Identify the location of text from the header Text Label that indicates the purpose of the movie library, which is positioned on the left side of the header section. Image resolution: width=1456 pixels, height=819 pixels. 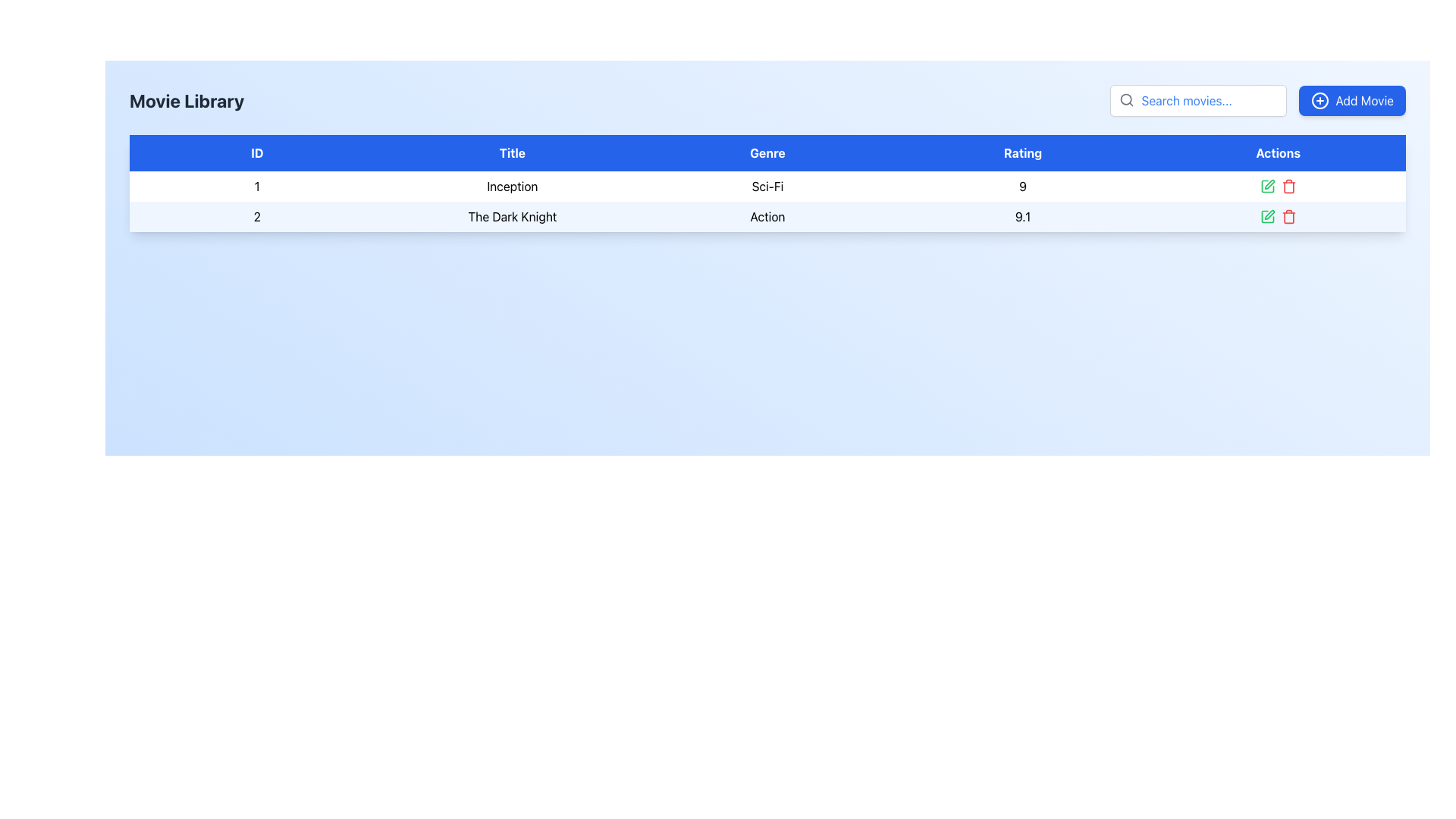
(186, 100).